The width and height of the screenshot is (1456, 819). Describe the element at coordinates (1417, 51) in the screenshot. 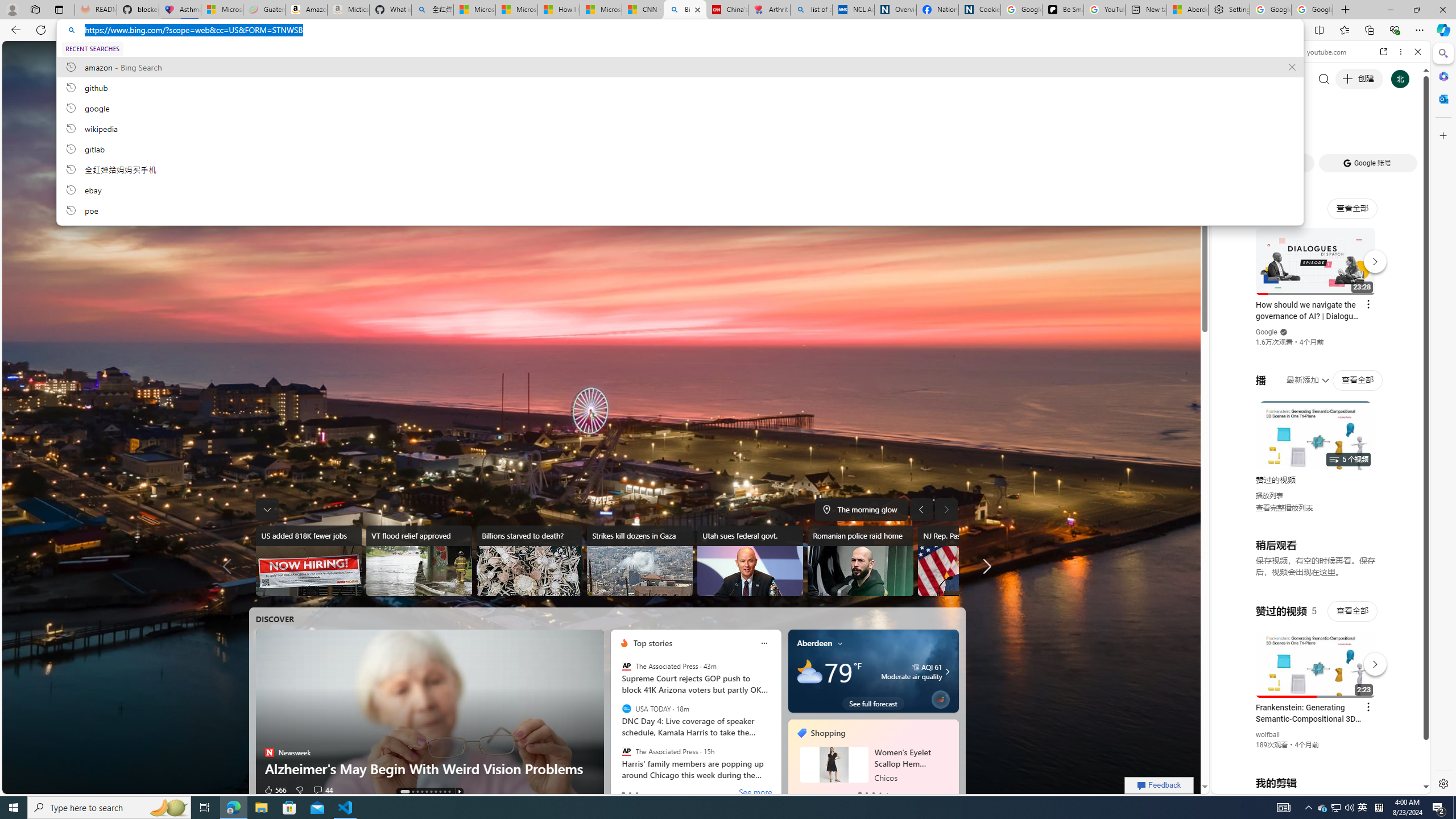

I see `'Close'` at that location.